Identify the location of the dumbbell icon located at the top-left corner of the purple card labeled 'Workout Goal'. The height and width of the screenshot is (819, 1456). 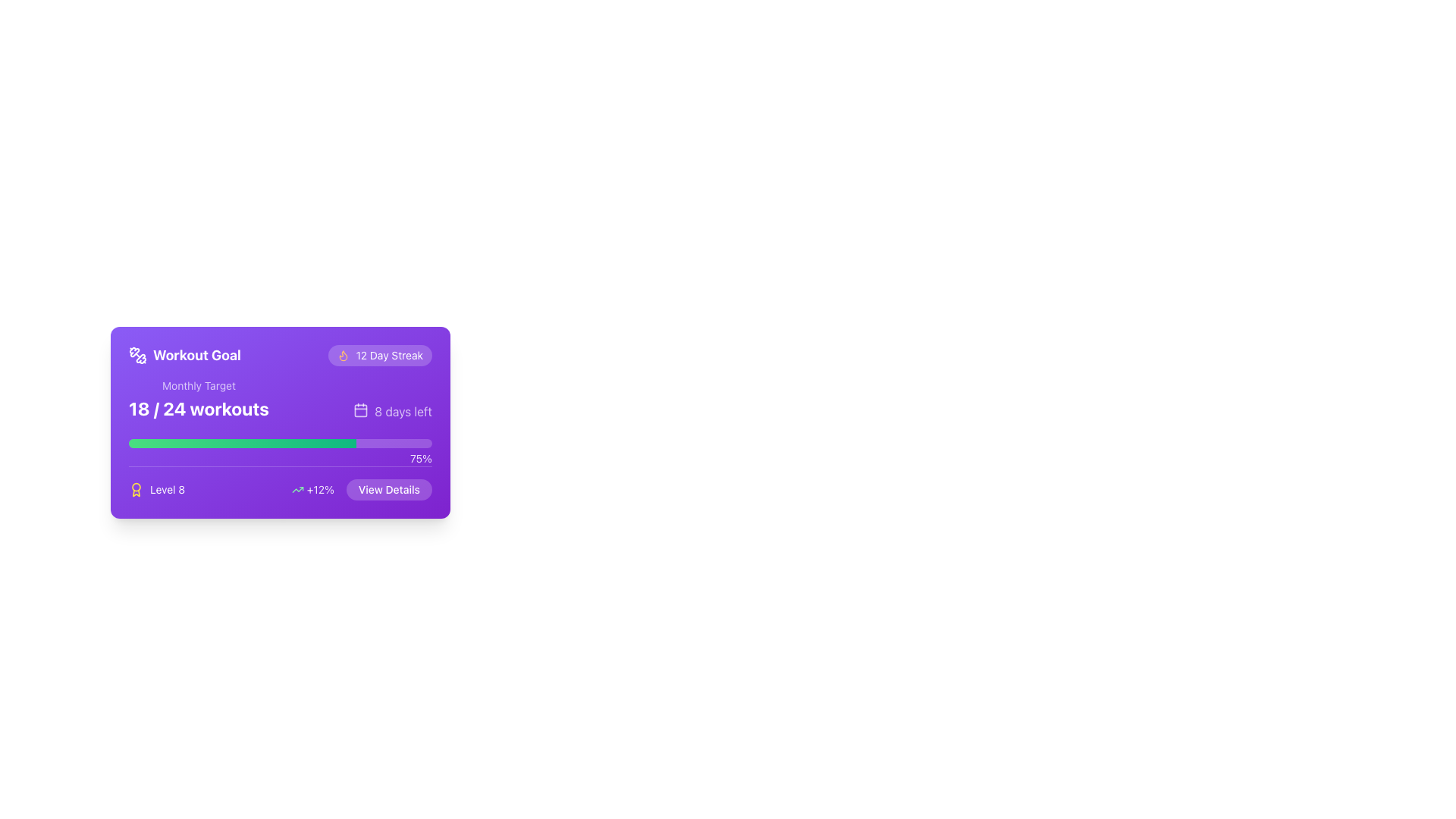
(138, 356).